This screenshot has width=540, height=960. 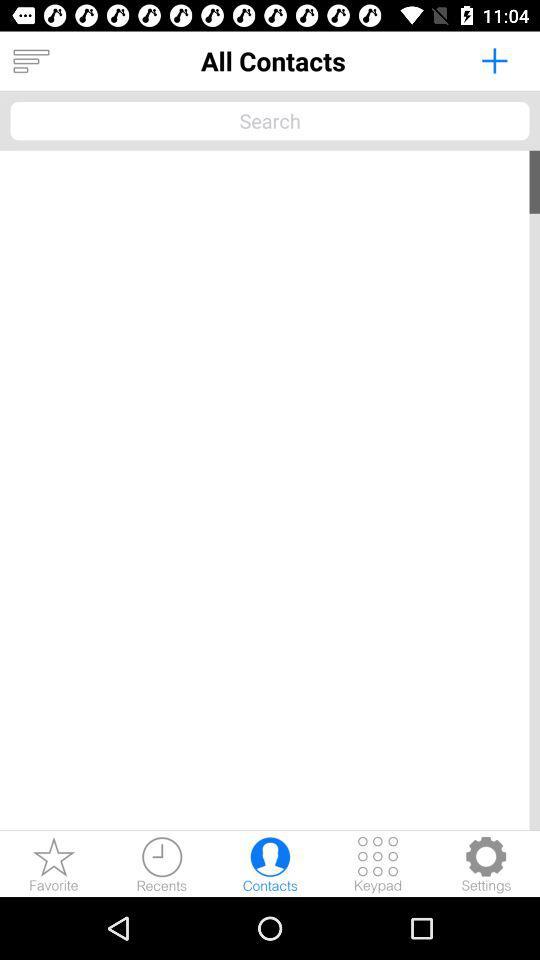 I want to click on look at favorites, so click(x=54, y=863).